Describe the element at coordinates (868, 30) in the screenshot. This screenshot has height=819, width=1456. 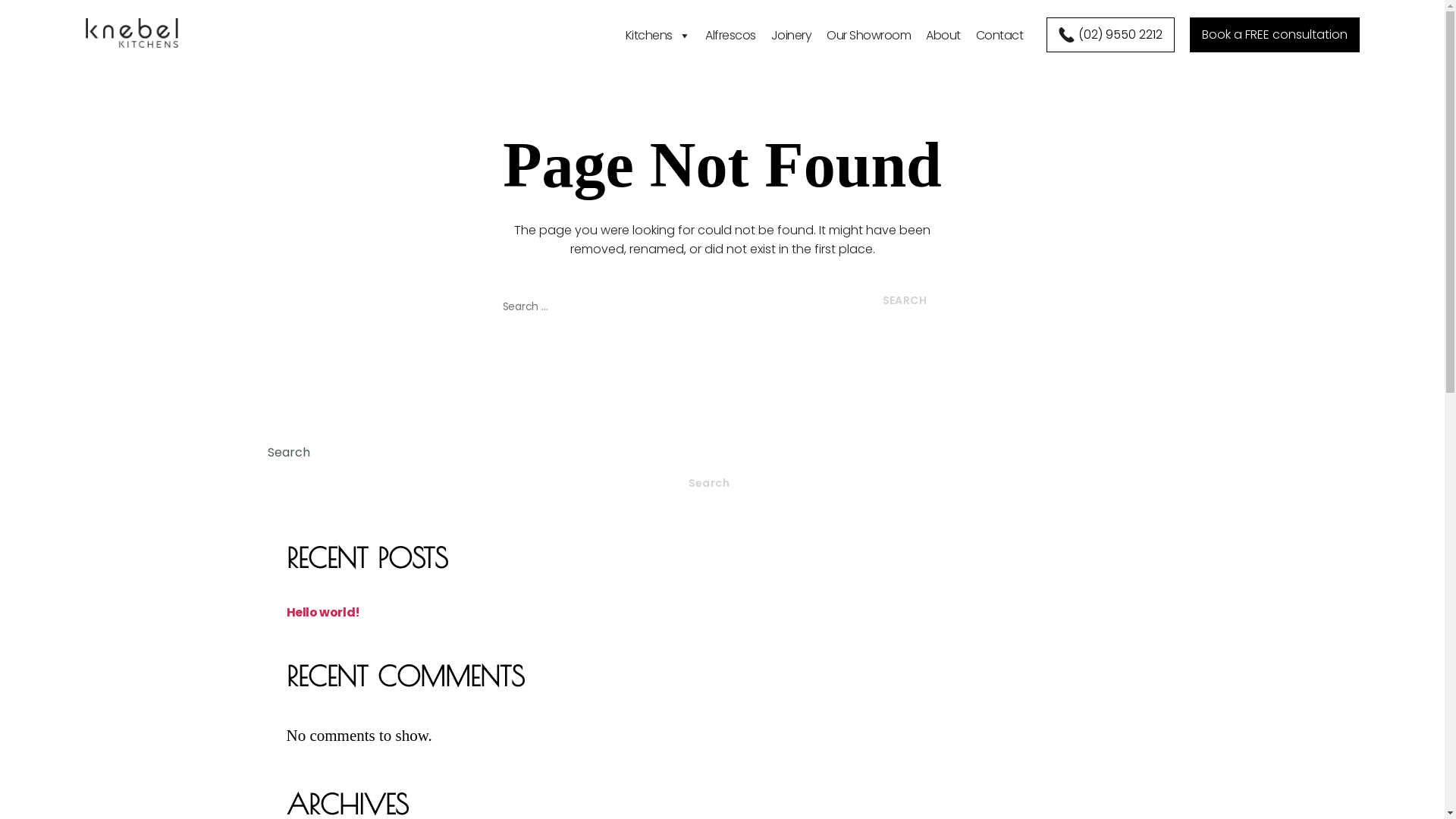
I see `'Our Showroom'` at that location.